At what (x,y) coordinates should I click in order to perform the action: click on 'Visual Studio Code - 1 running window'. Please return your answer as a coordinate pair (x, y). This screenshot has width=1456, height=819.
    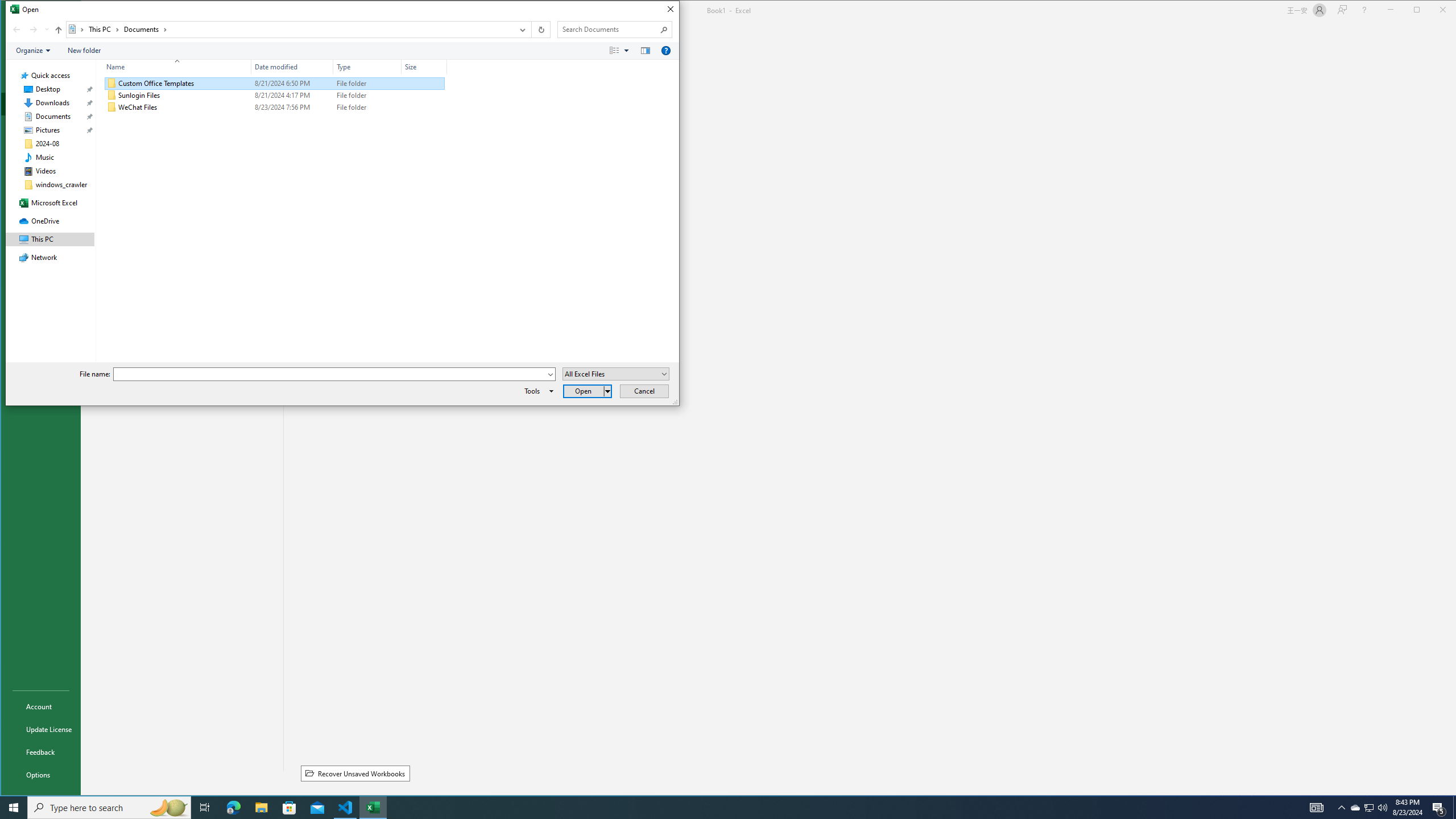
    Looking at the image, I should click on (345, 806).